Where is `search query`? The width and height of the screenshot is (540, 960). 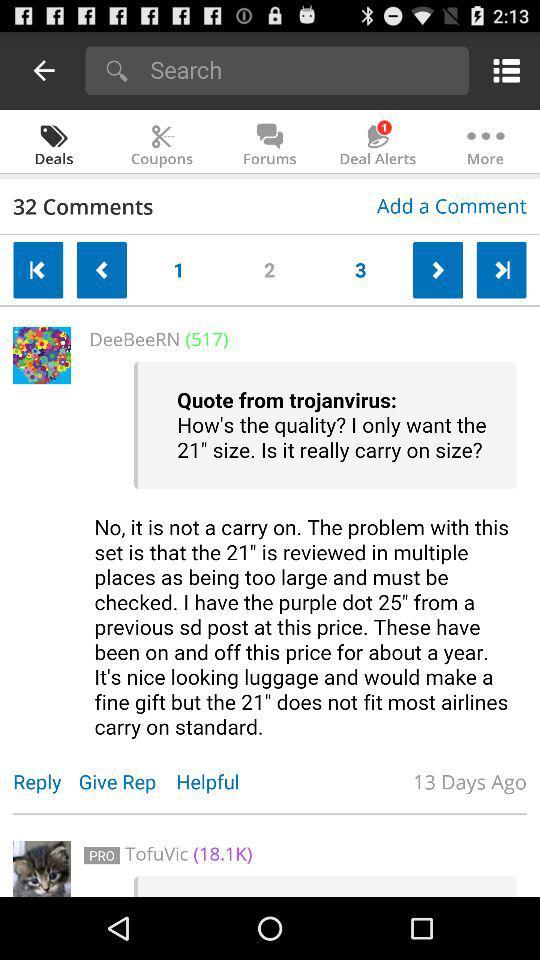
search query is located at coordinates (302, 69).